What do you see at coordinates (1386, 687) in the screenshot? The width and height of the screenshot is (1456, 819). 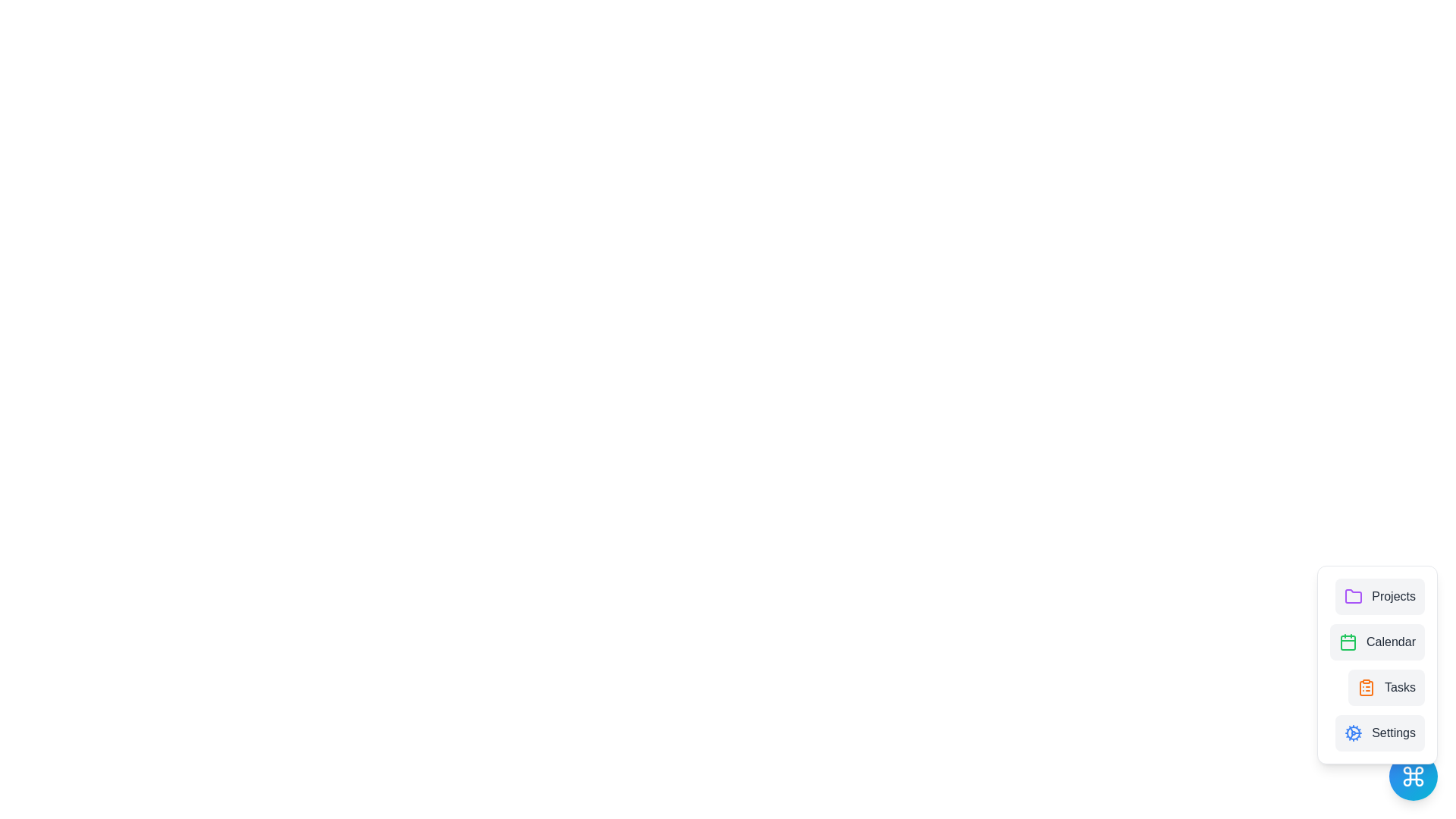 I see `the Tasks option in the menu` at bounding box center [1386, 687].